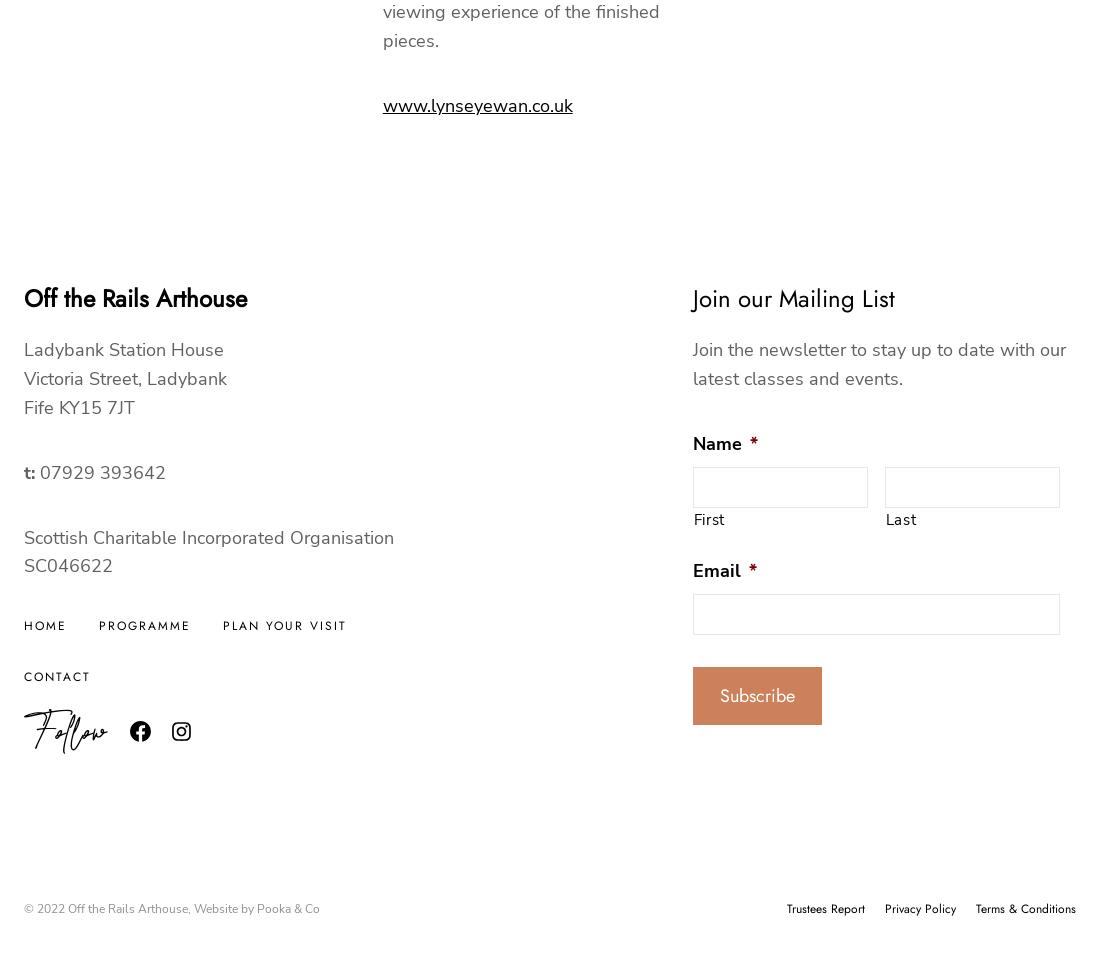 This screenshot has height=960, width=1100. What do you see at coordinates (877, 363) in the screenshot?
I see `'Join the newsletter to stay up to date with our latest classes and events.'` at bounding box center [877, 363].